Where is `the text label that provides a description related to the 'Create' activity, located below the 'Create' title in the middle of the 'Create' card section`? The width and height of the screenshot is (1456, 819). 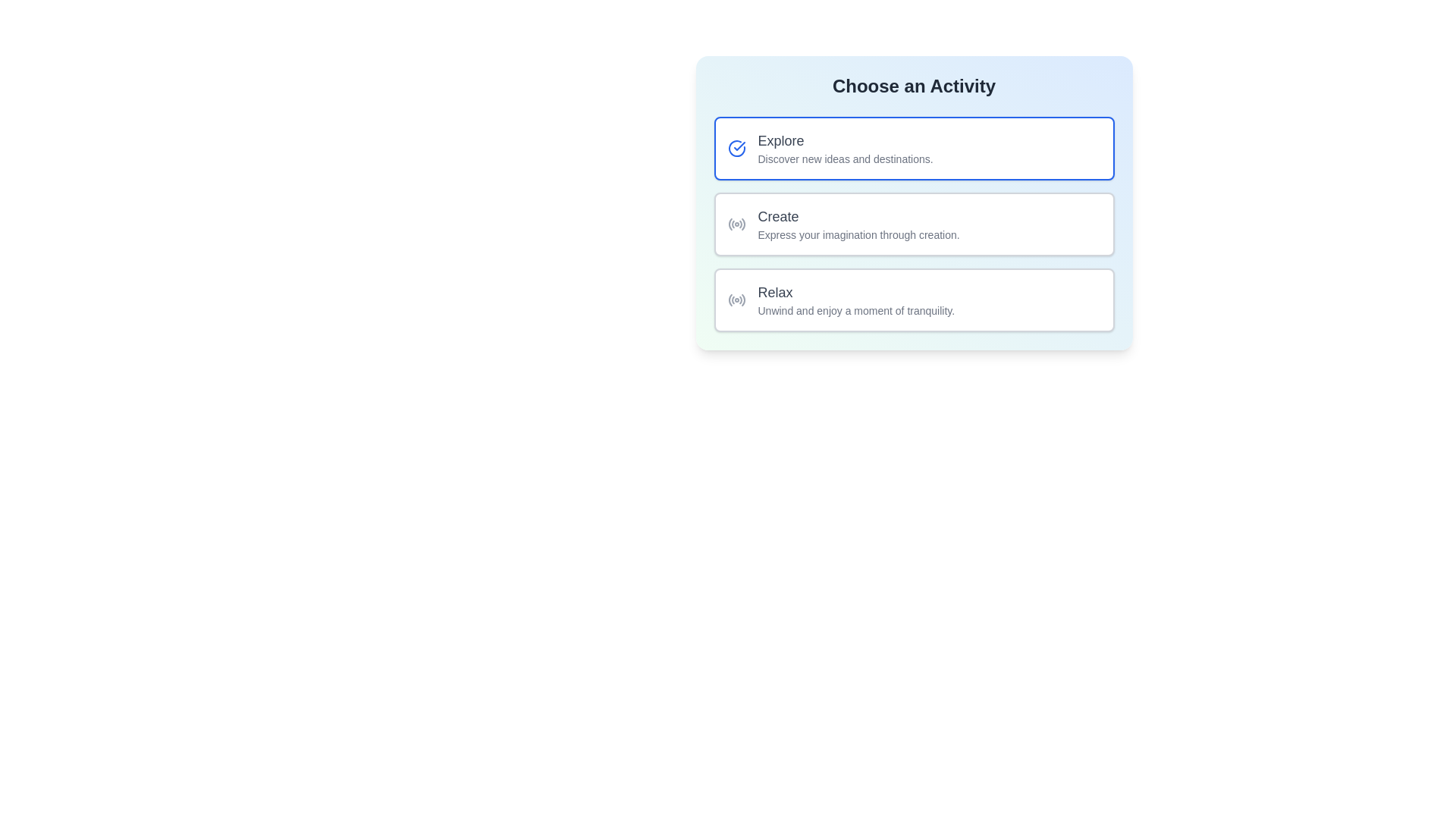
the text label that provides a description related to the 'Create' activity, located below the 'Create' title in the middle of the 'Create' card section is located at coordinates (858, 234).